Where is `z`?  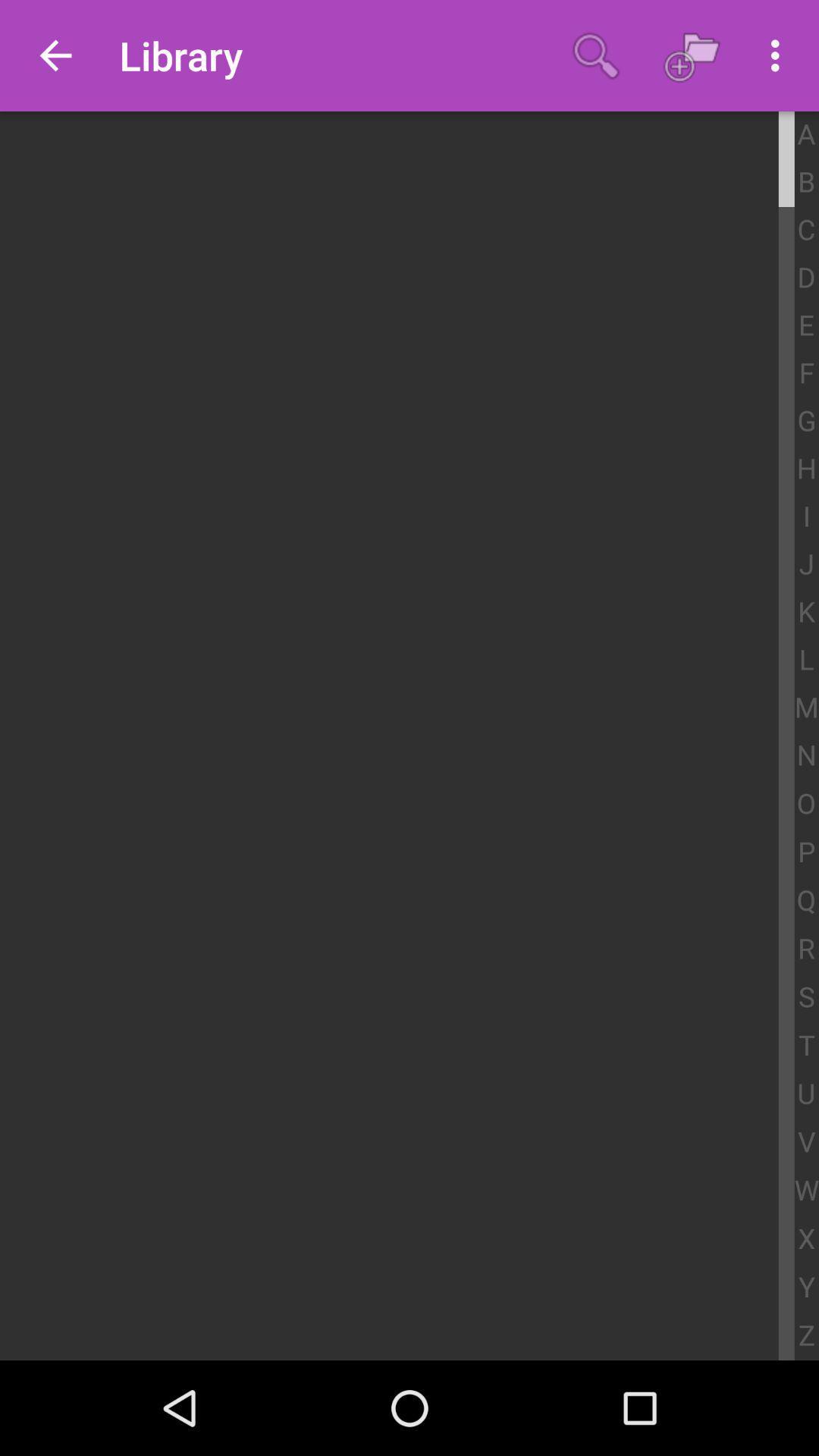 z is located at coordinates (805, 1336).